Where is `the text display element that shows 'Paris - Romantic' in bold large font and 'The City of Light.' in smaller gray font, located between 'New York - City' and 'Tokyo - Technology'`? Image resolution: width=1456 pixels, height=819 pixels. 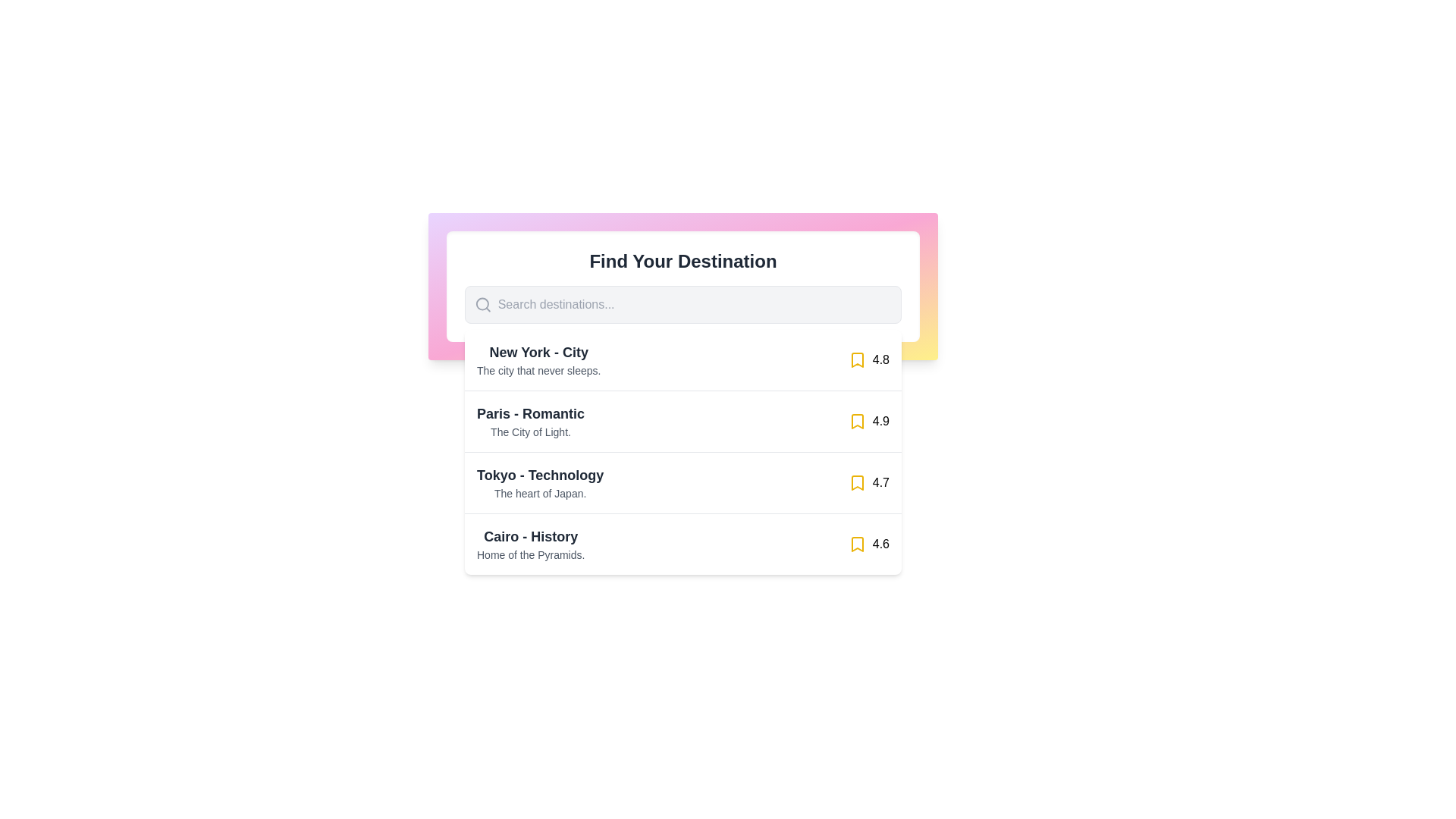 the text display element that shows 'Paris - Romantic' in bold large font and 'The City of Light.' in smaller gray font, located between 'New York - City' and 'Tokyo - Technology' is located at coordinates (531, 421).